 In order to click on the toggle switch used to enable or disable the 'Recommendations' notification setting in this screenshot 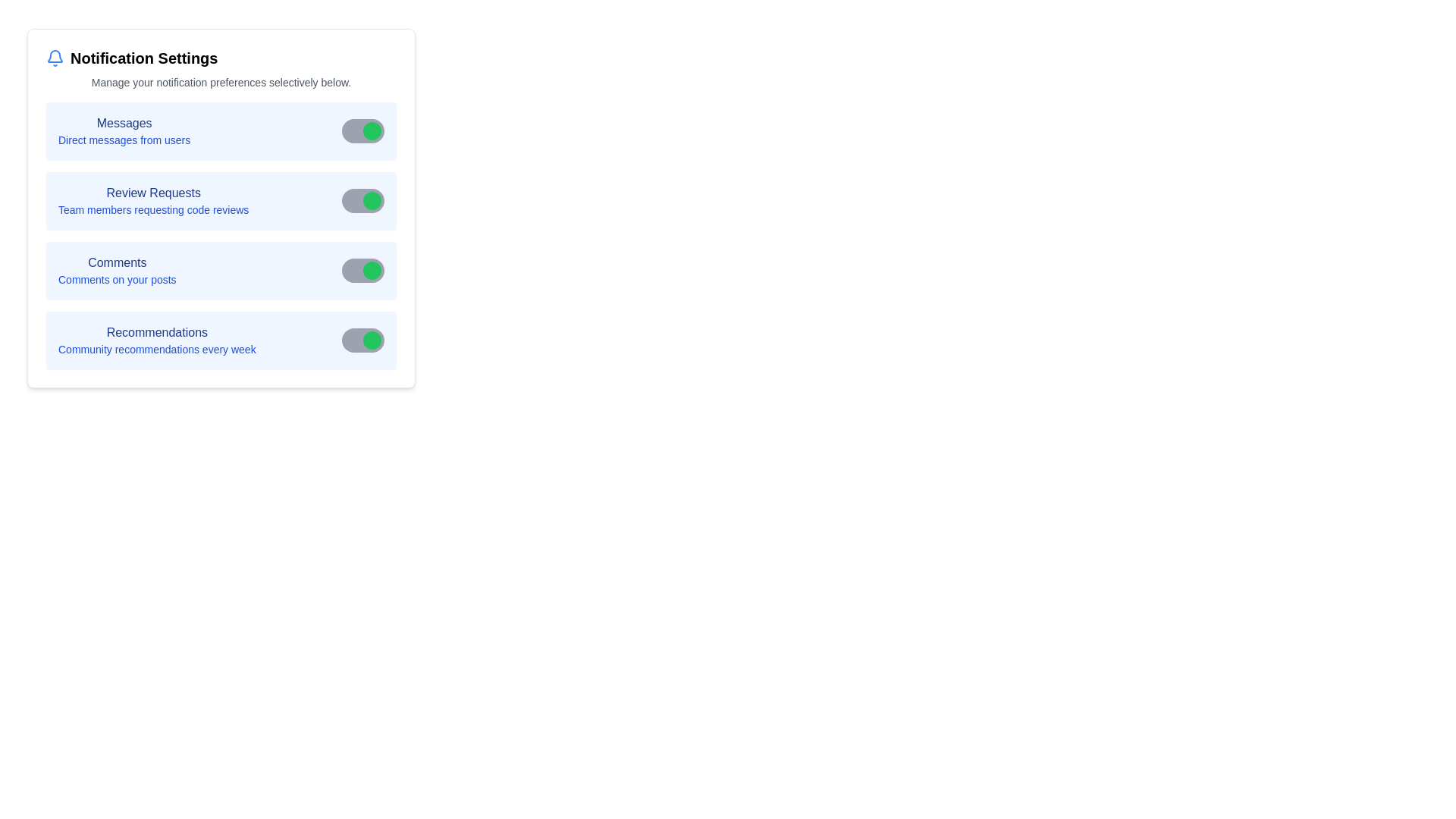, I will do `click(362, 339)`.